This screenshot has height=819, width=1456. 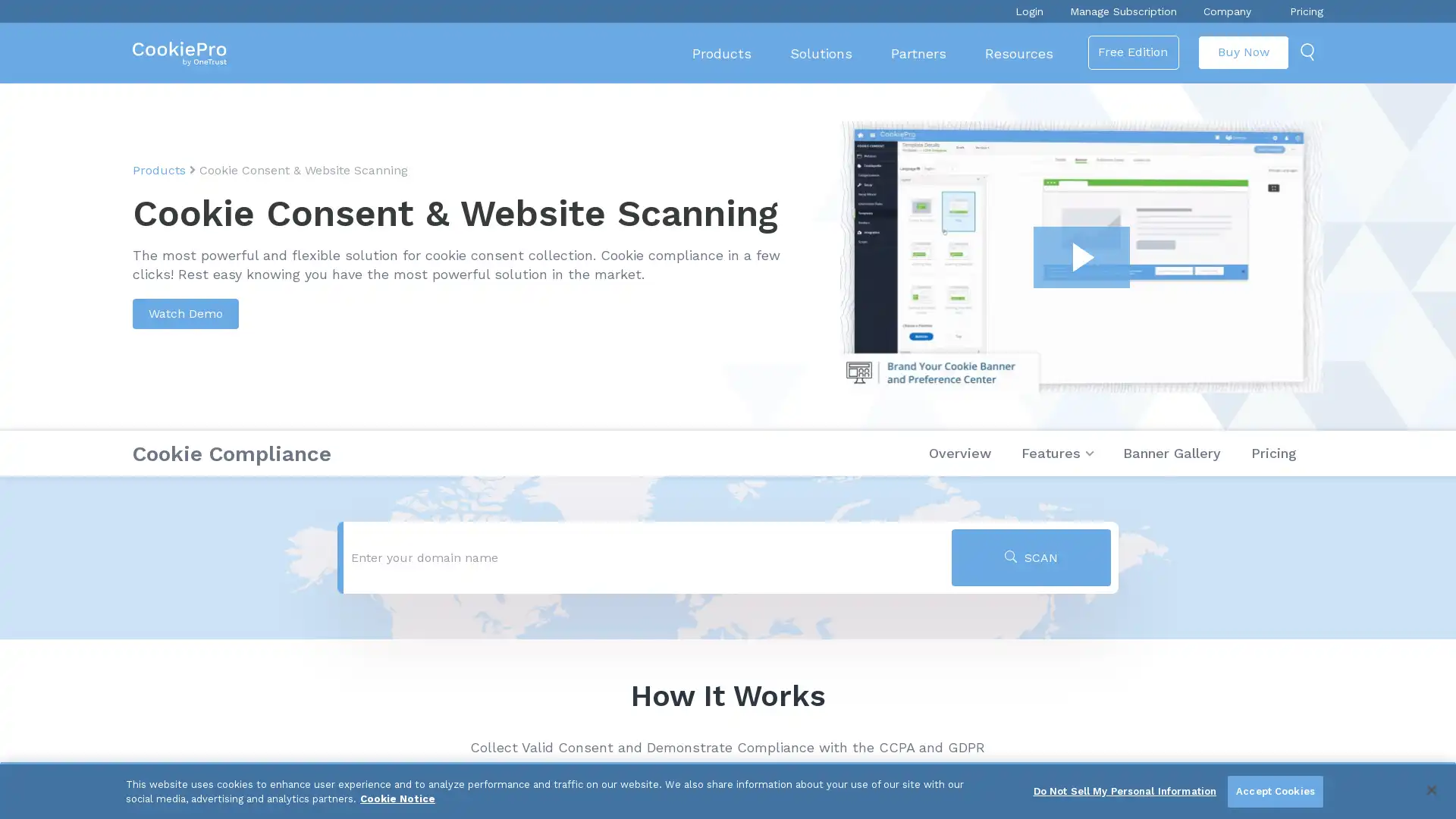 I want to click on Do Not Sell My Personal Information, so click(x=1125, y=791).